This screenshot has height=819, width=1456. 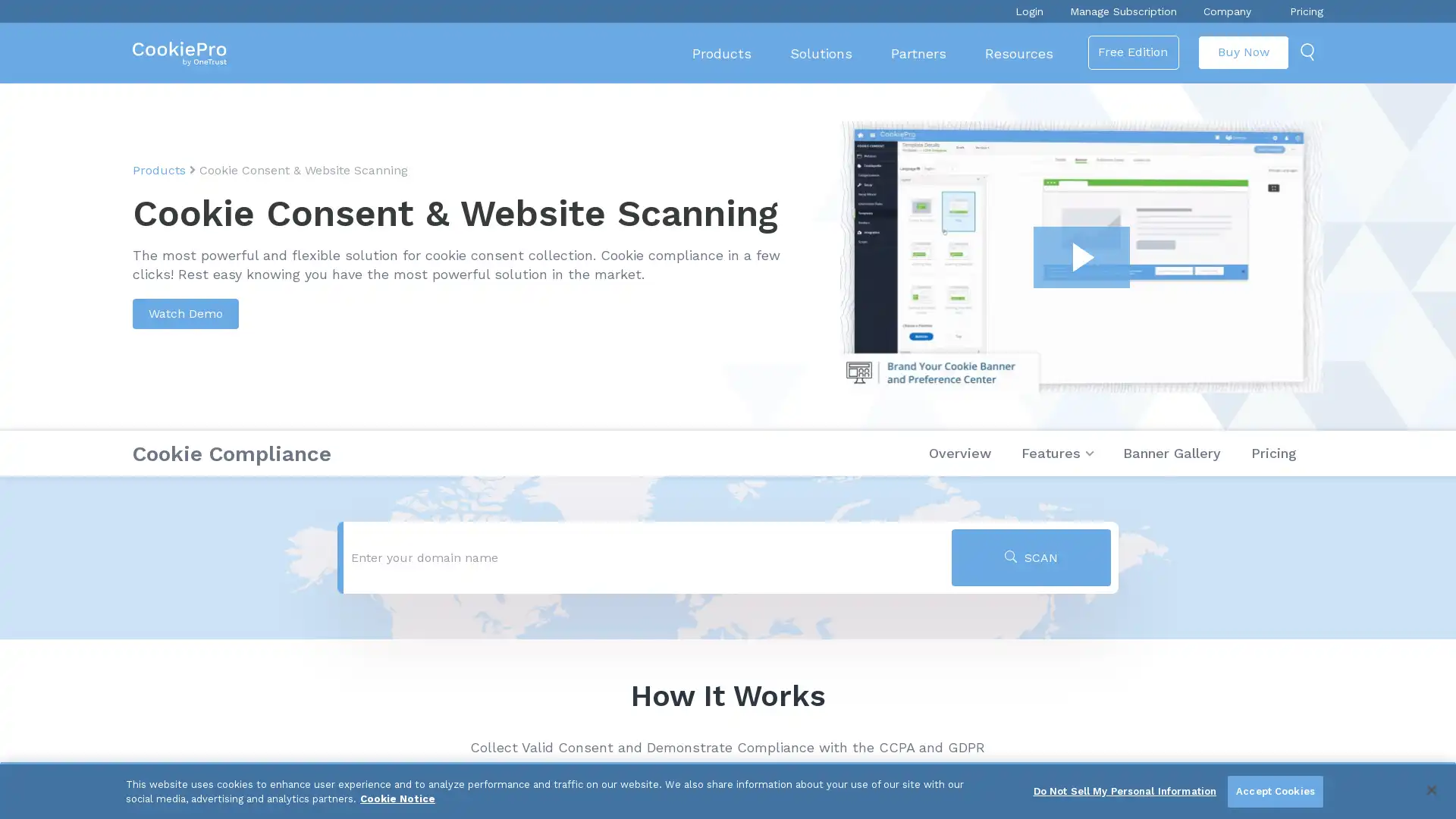 I want to click on Do Not Sell My Personal Information, so click(x=1125, y=791).